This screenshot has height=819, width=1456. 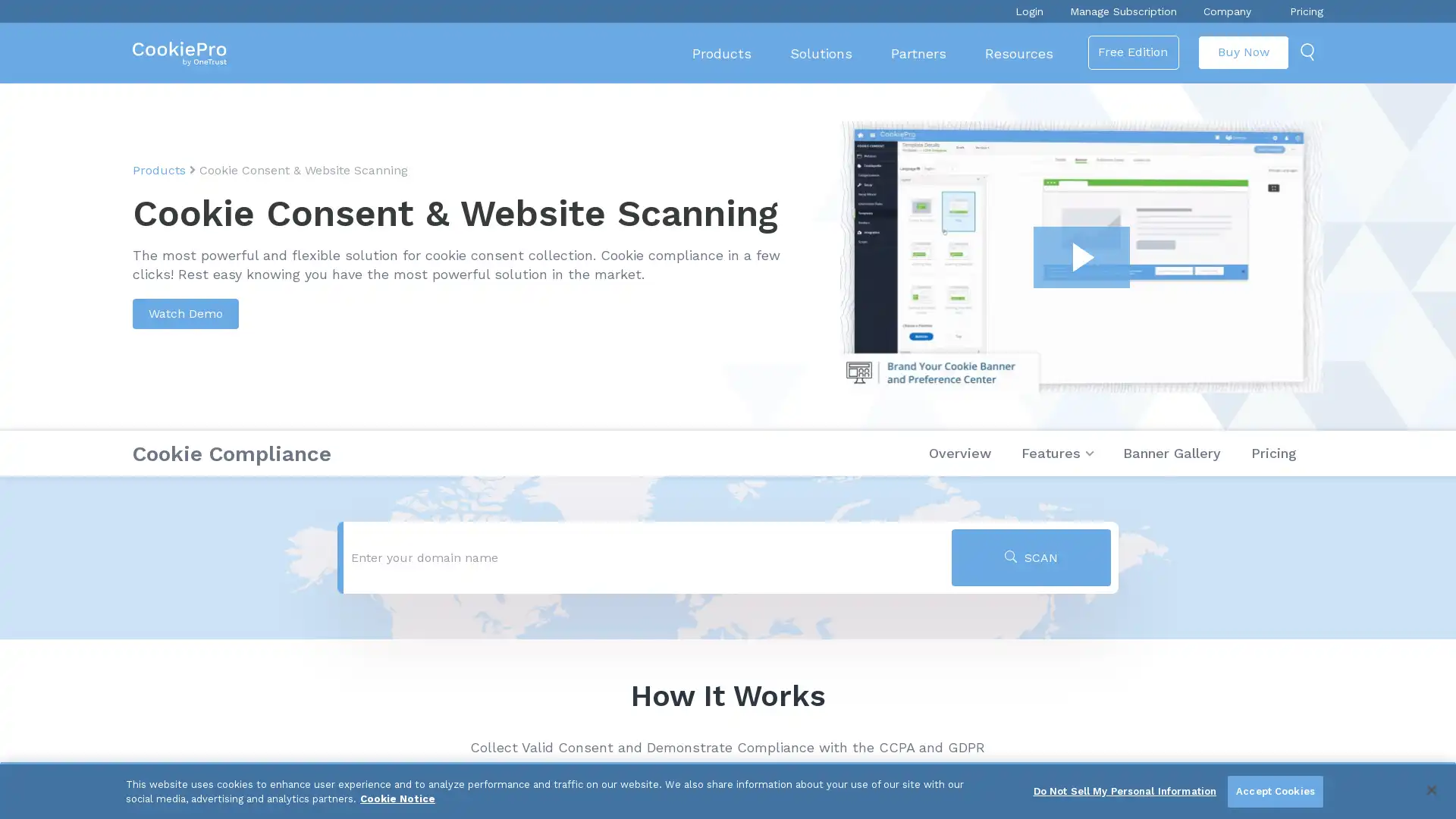 I want to click on Do Not Sell My Personal Information, so click(x=1125, y=791).